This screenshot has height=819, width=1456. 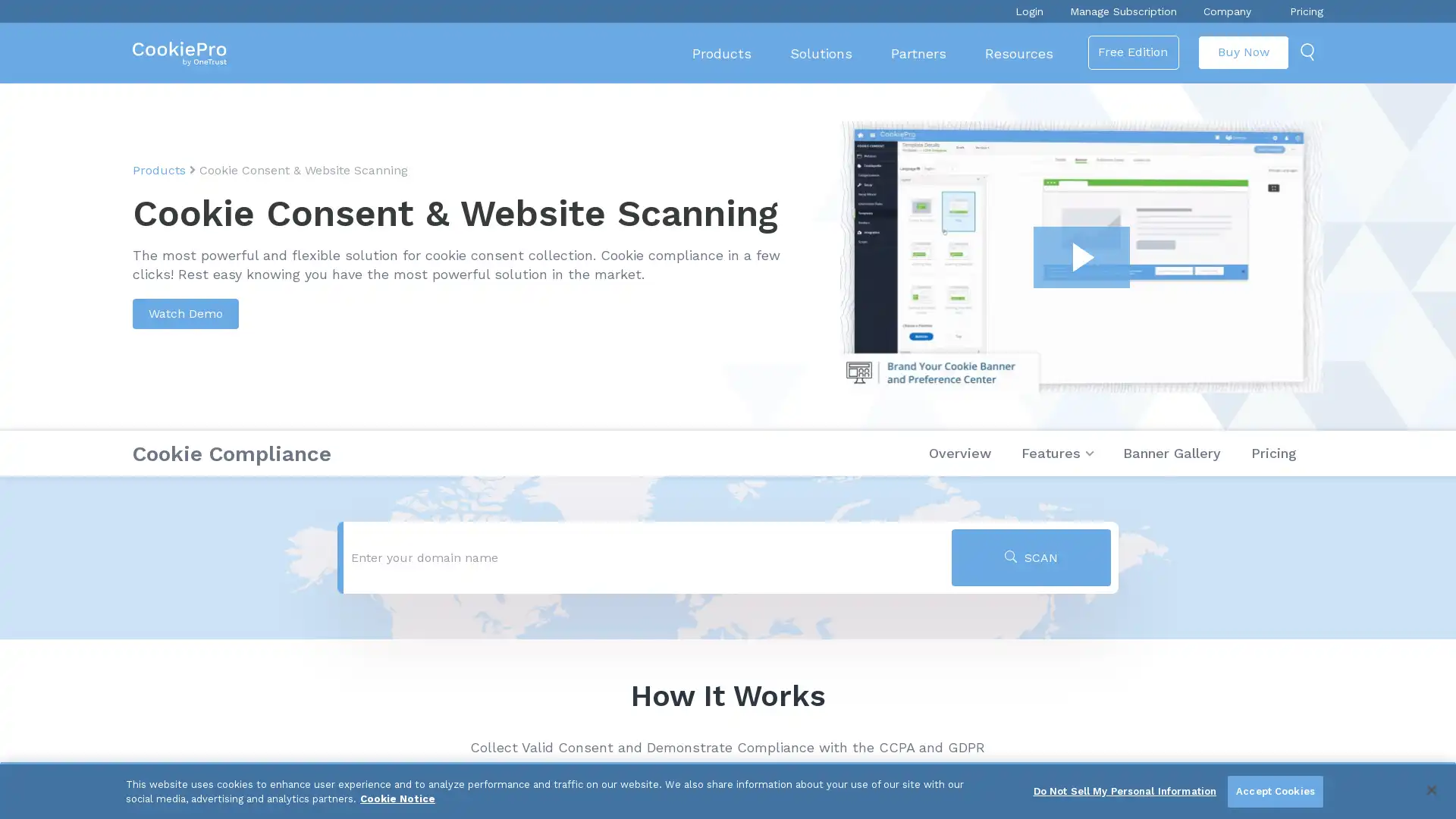 I want to click on Do Not Sell My Personal Information, so click(x=1125, y=791).